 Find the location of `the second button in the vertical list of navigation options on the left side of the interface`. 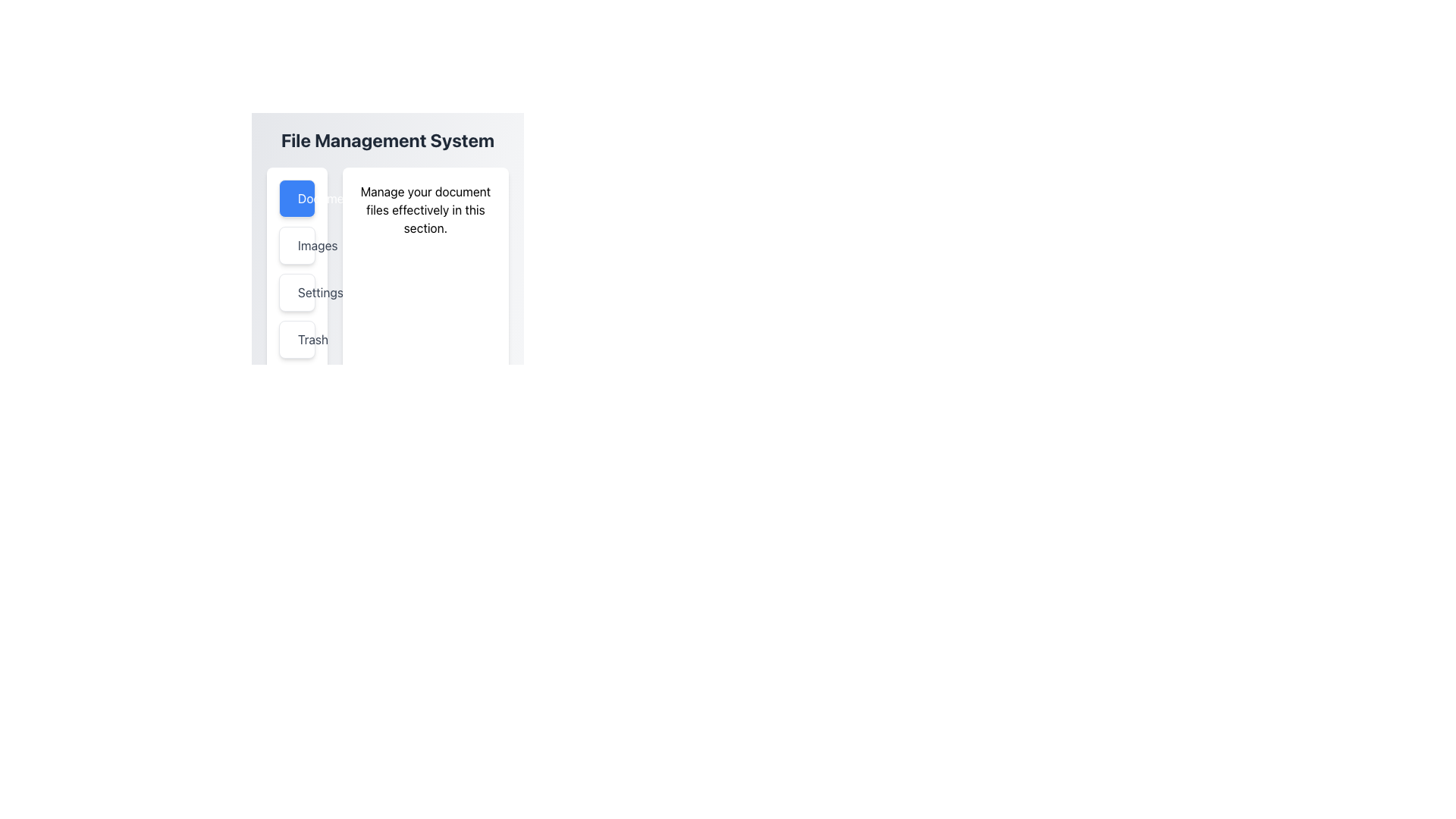

the second button in the vertical list of navigation options on the left side of the interface is located at coordinates (297, 245).